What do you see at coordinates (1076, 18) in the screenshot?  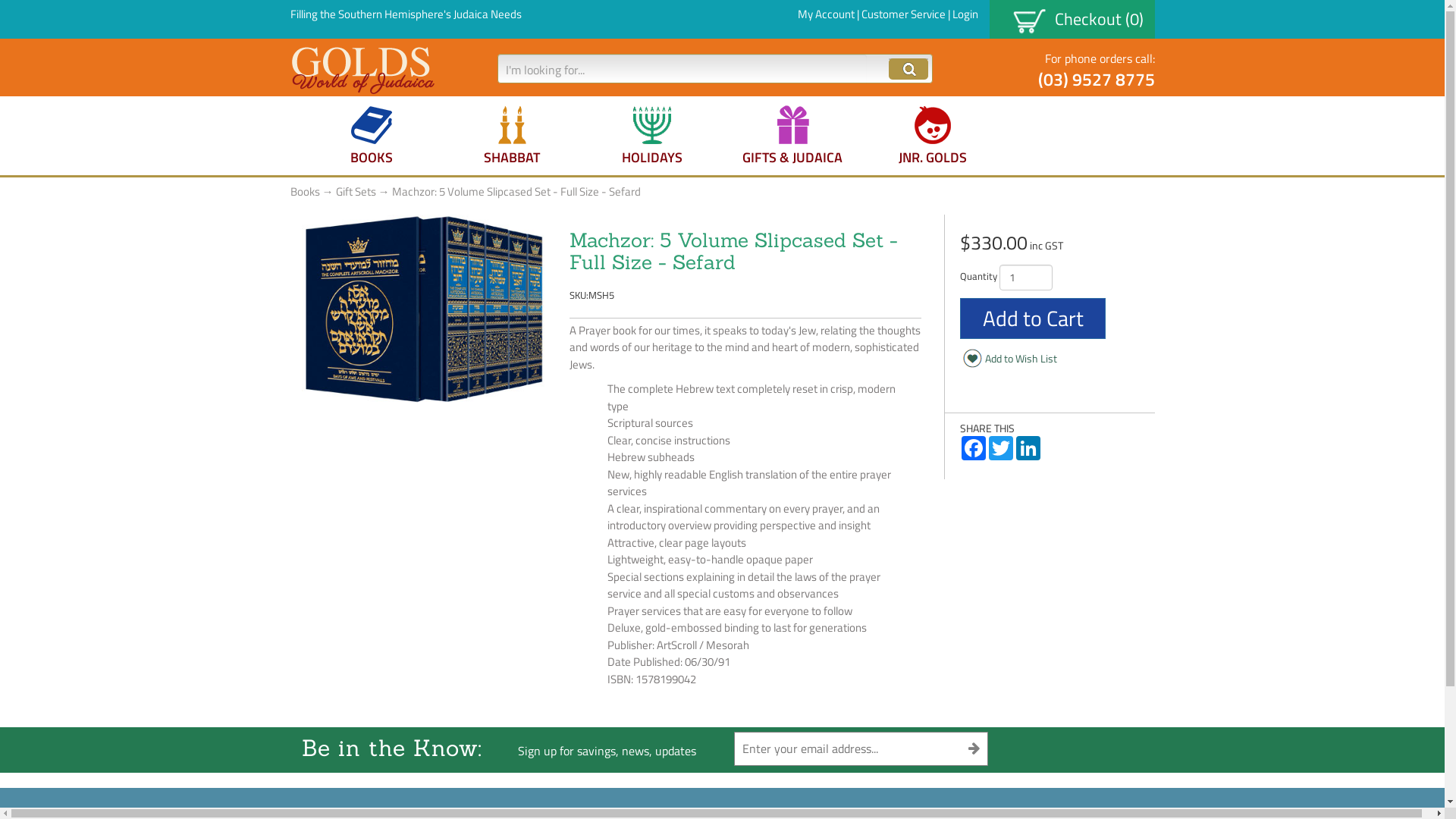 I see `'Checkout (0)'` at bounding box center [1076, 18].